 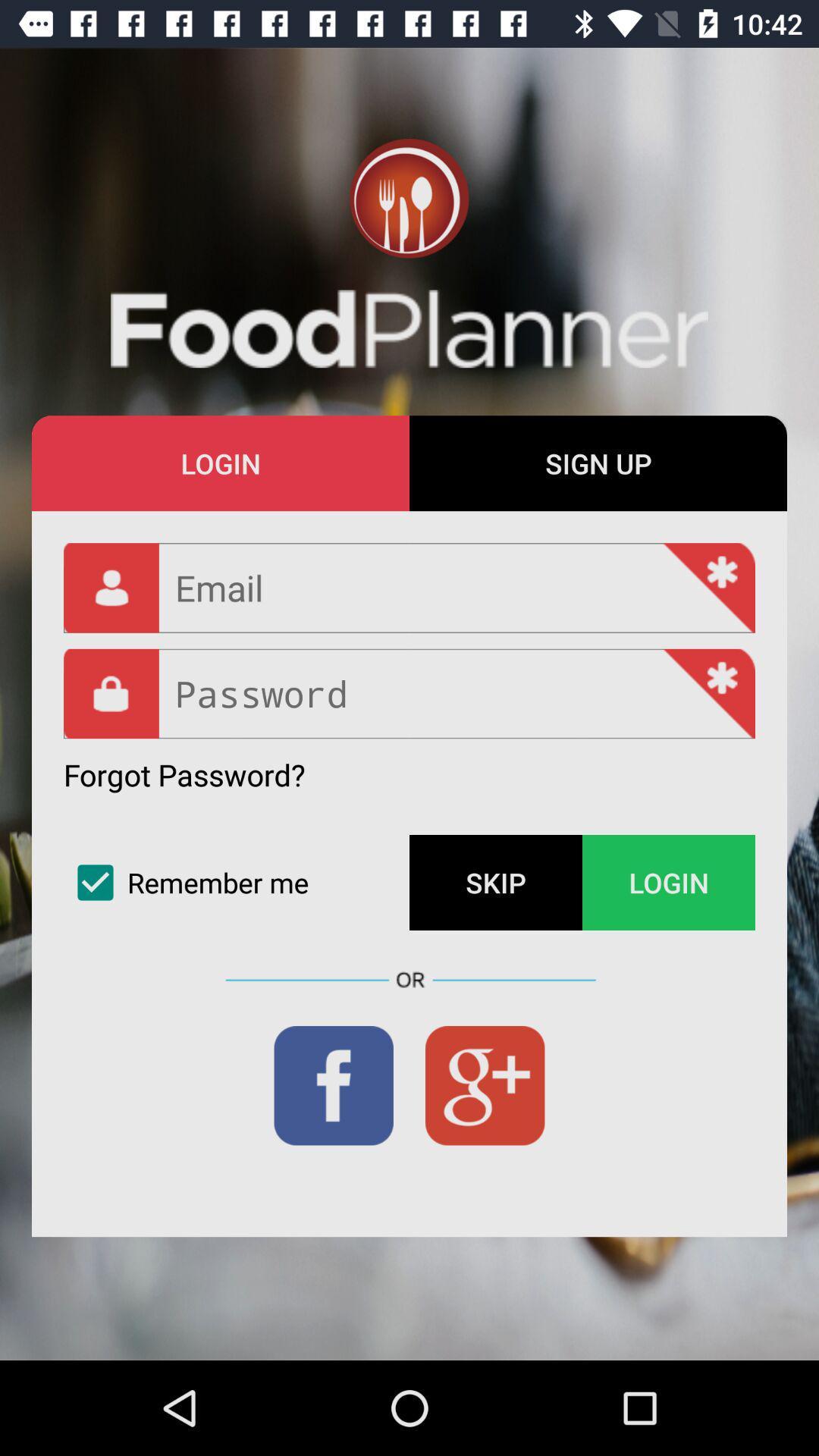 I want to click on the sign up item, so click(x=598, y=463).